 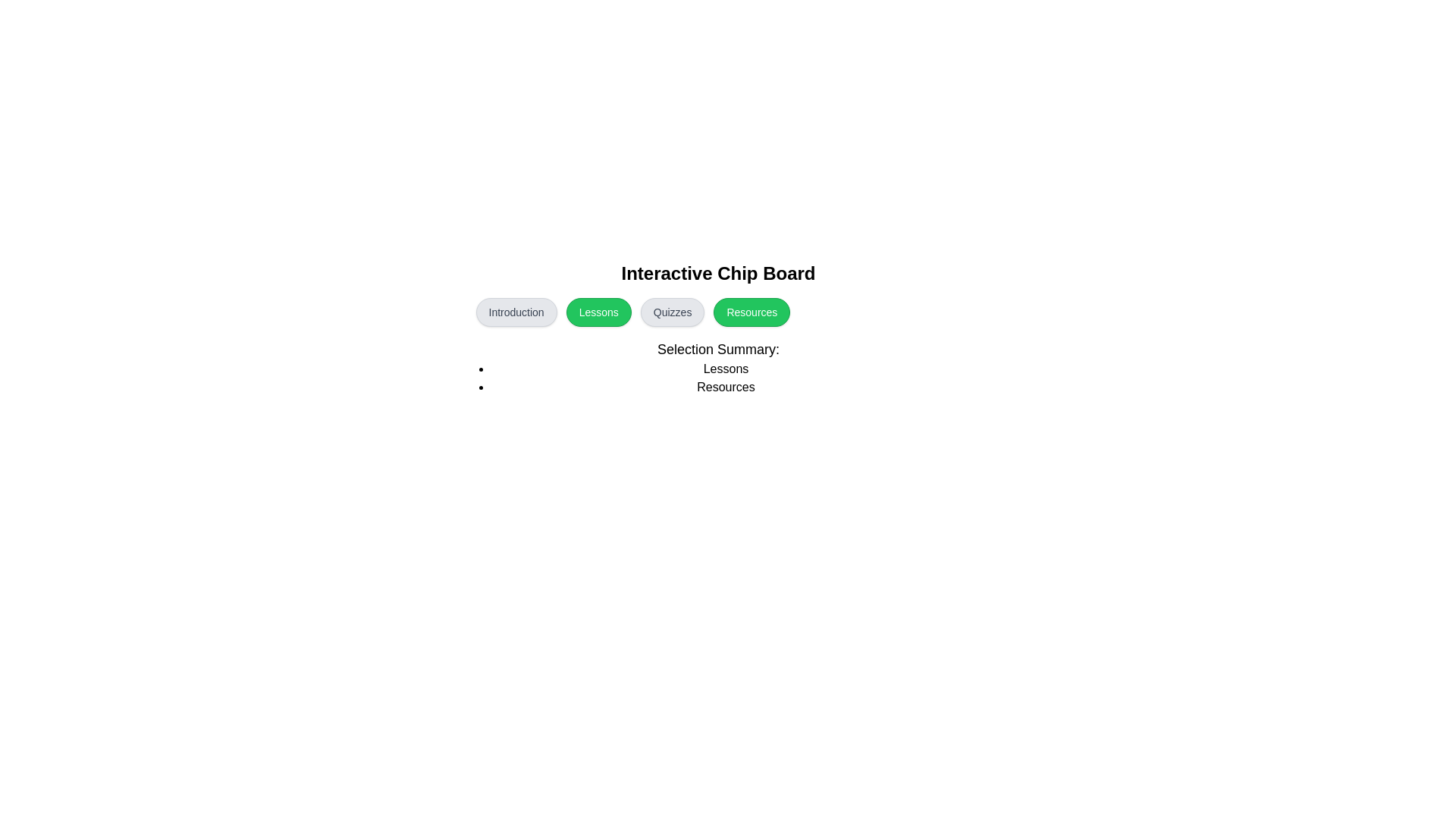 What do you see at coordinates (516, 312) in the screenshot?
I see `the 'Introduction' button located under the 'Interactive Chip Board' title` at bounding box center [516, 312].